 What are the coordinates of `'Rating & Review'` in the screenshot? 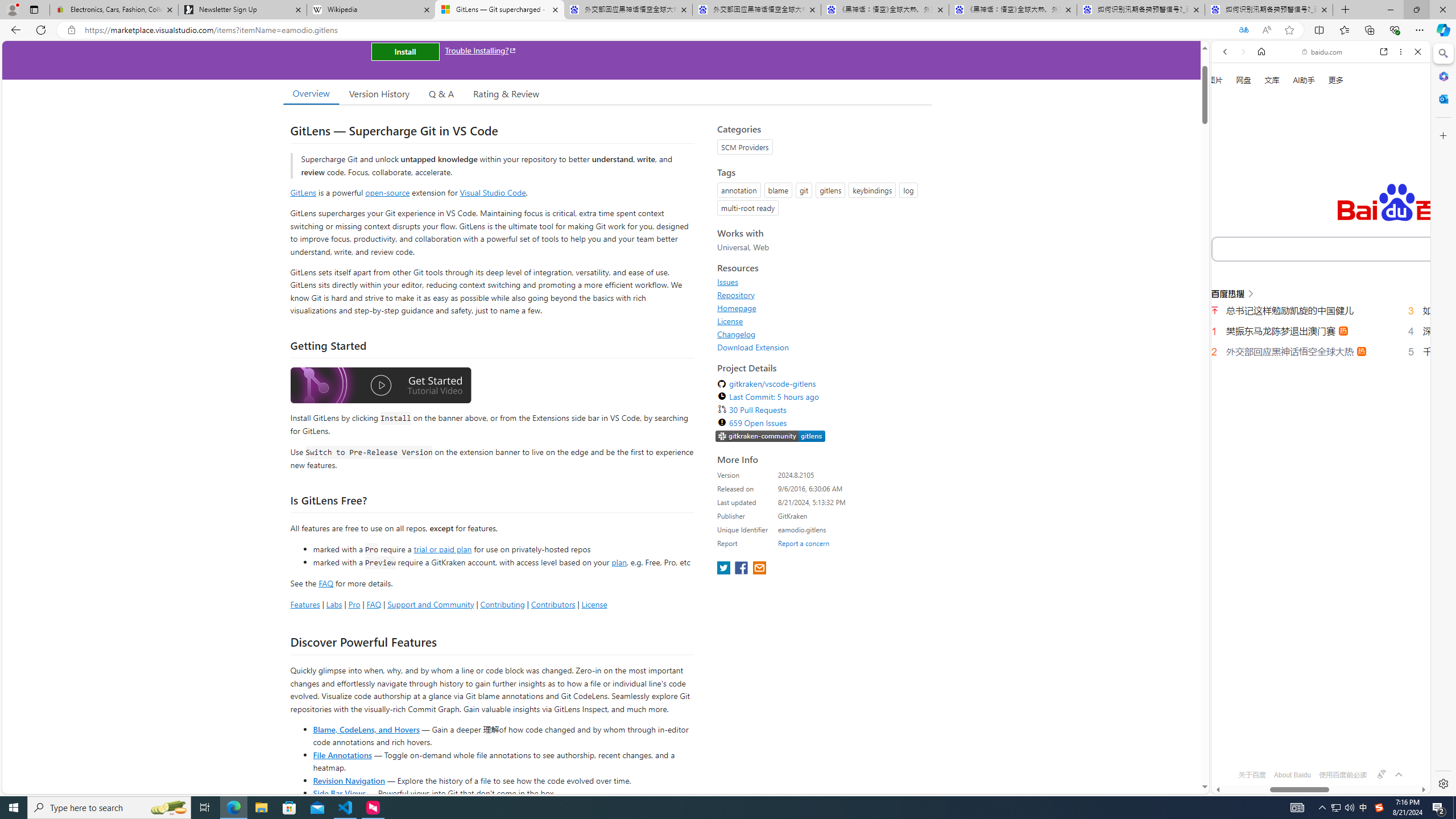 It's located at (505, 93).